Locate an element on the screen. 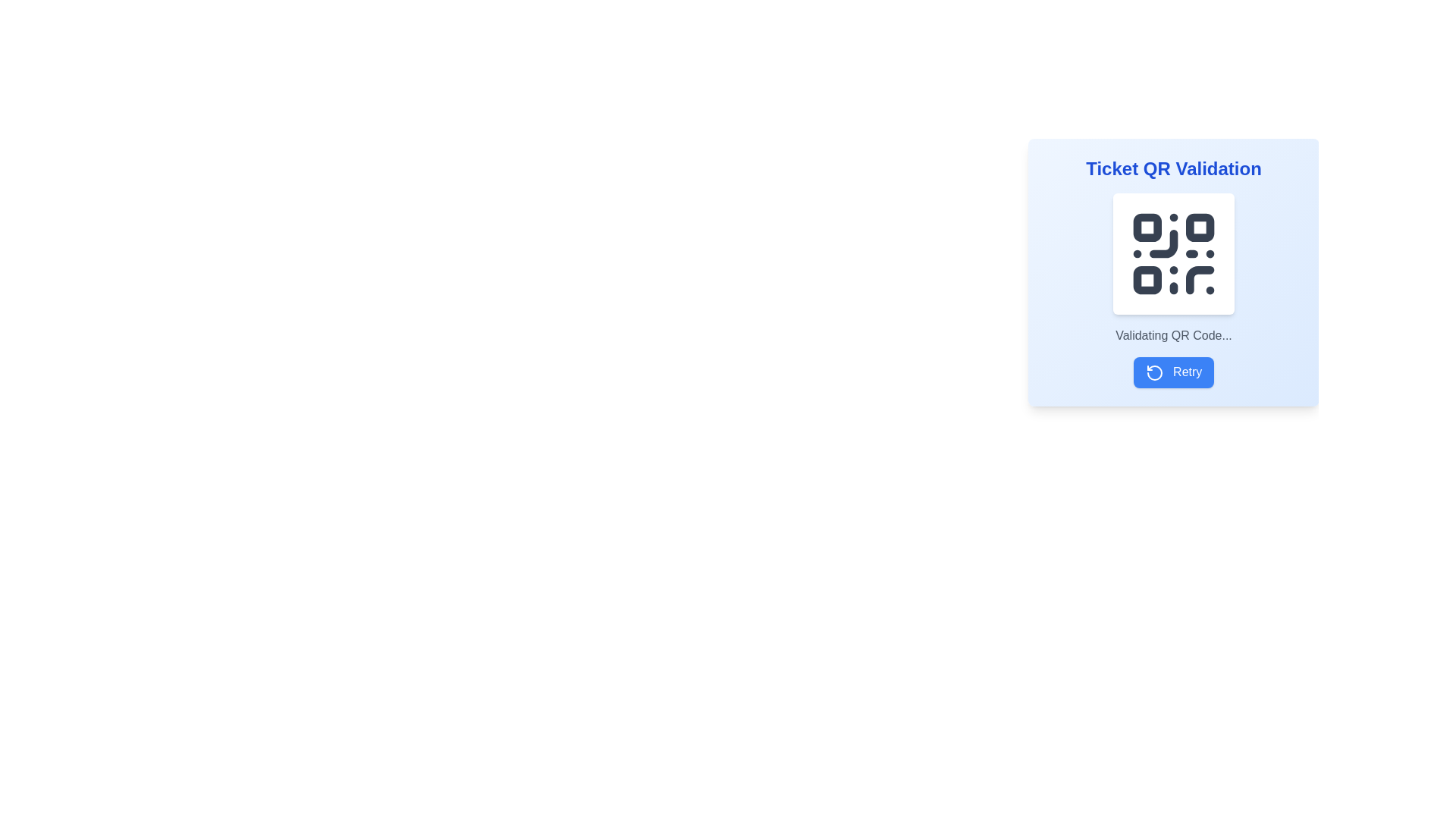  the blue rounded button labeled 'Retry' with a leftward-rotating arrow icon is located at coordinates (1172, 372).